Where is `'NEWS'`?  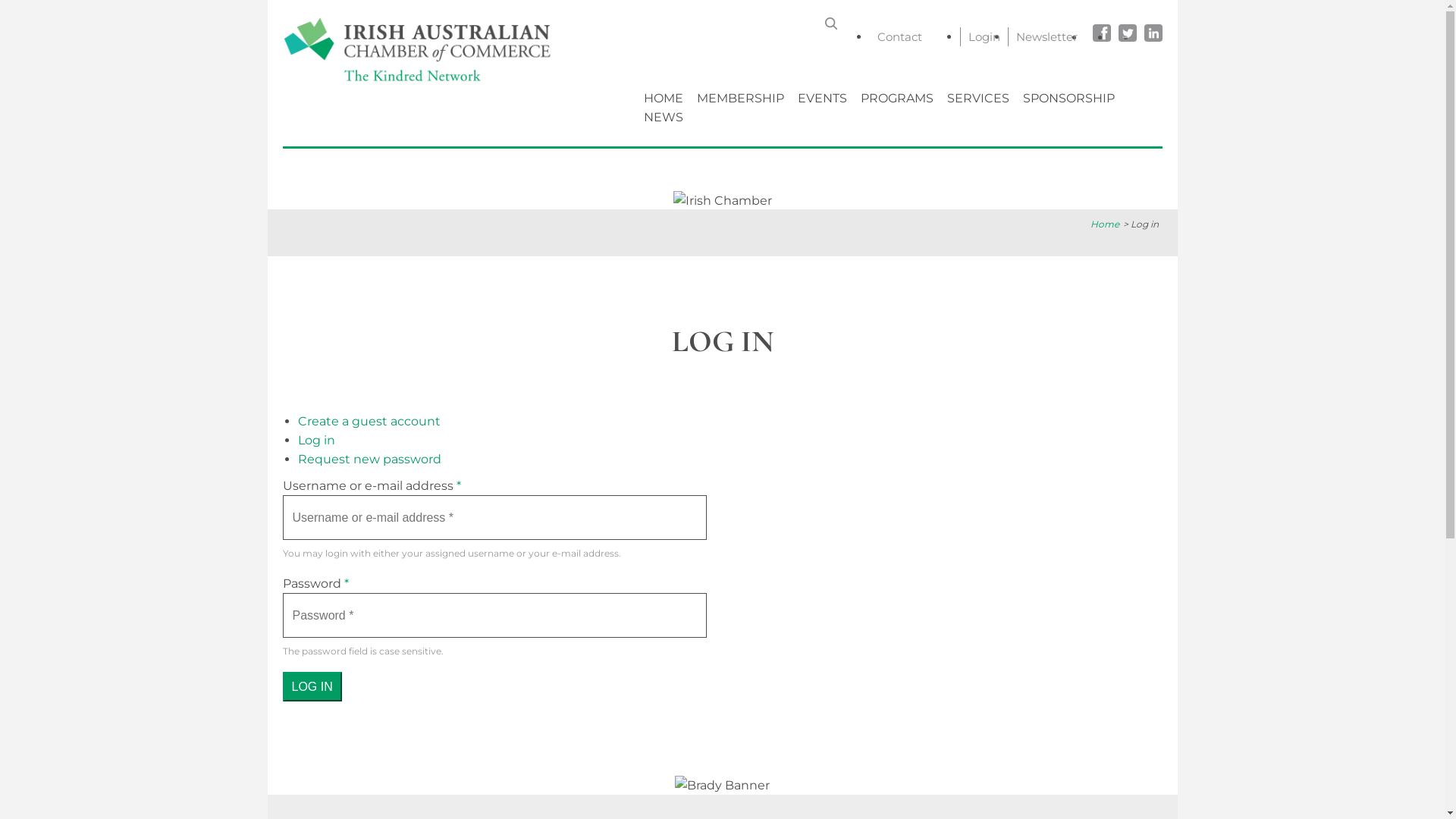 'NEWS' is located at coordinates (638, 116).